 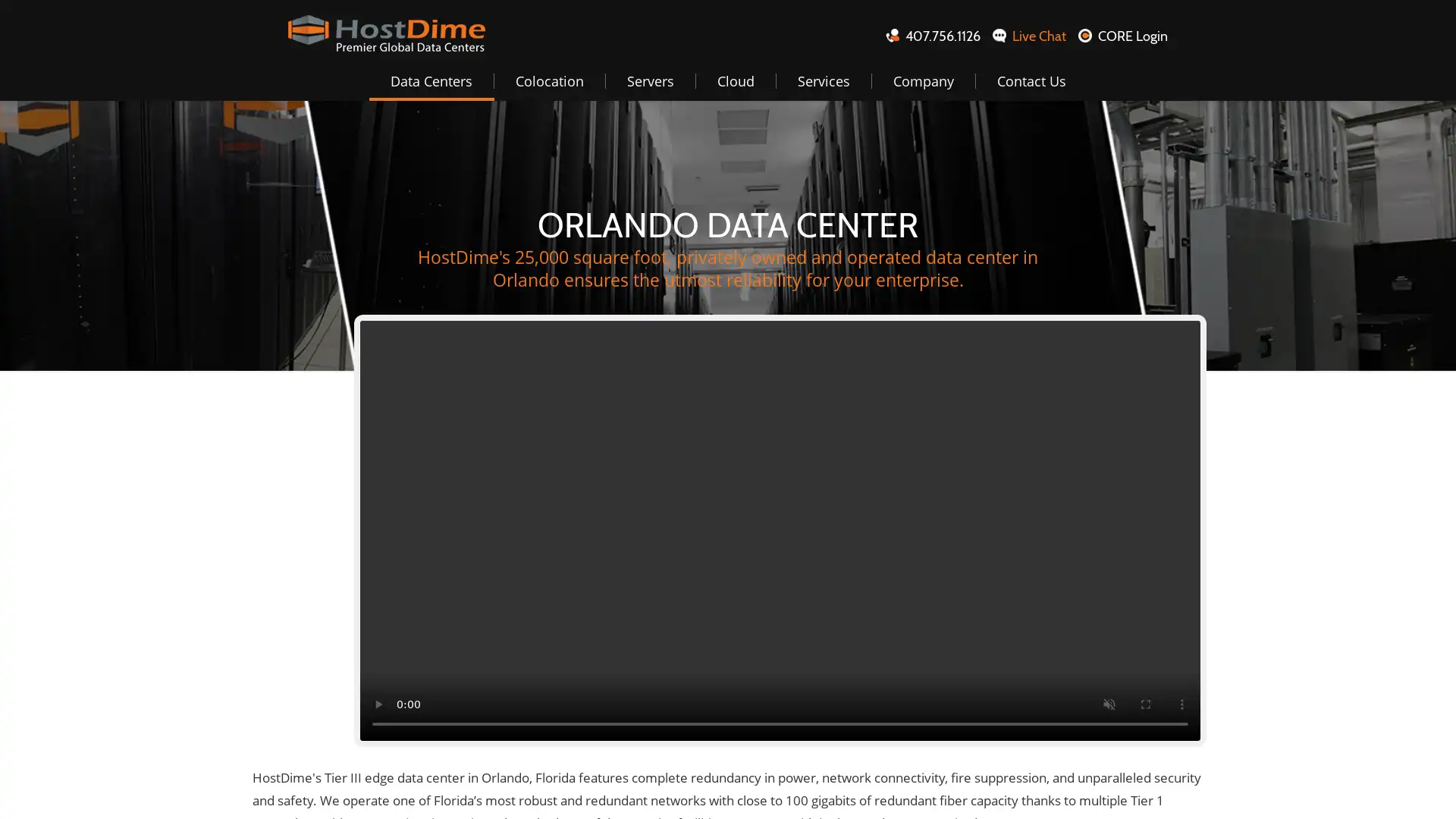 I want to click on unmute, so click(x=1109, y=704).